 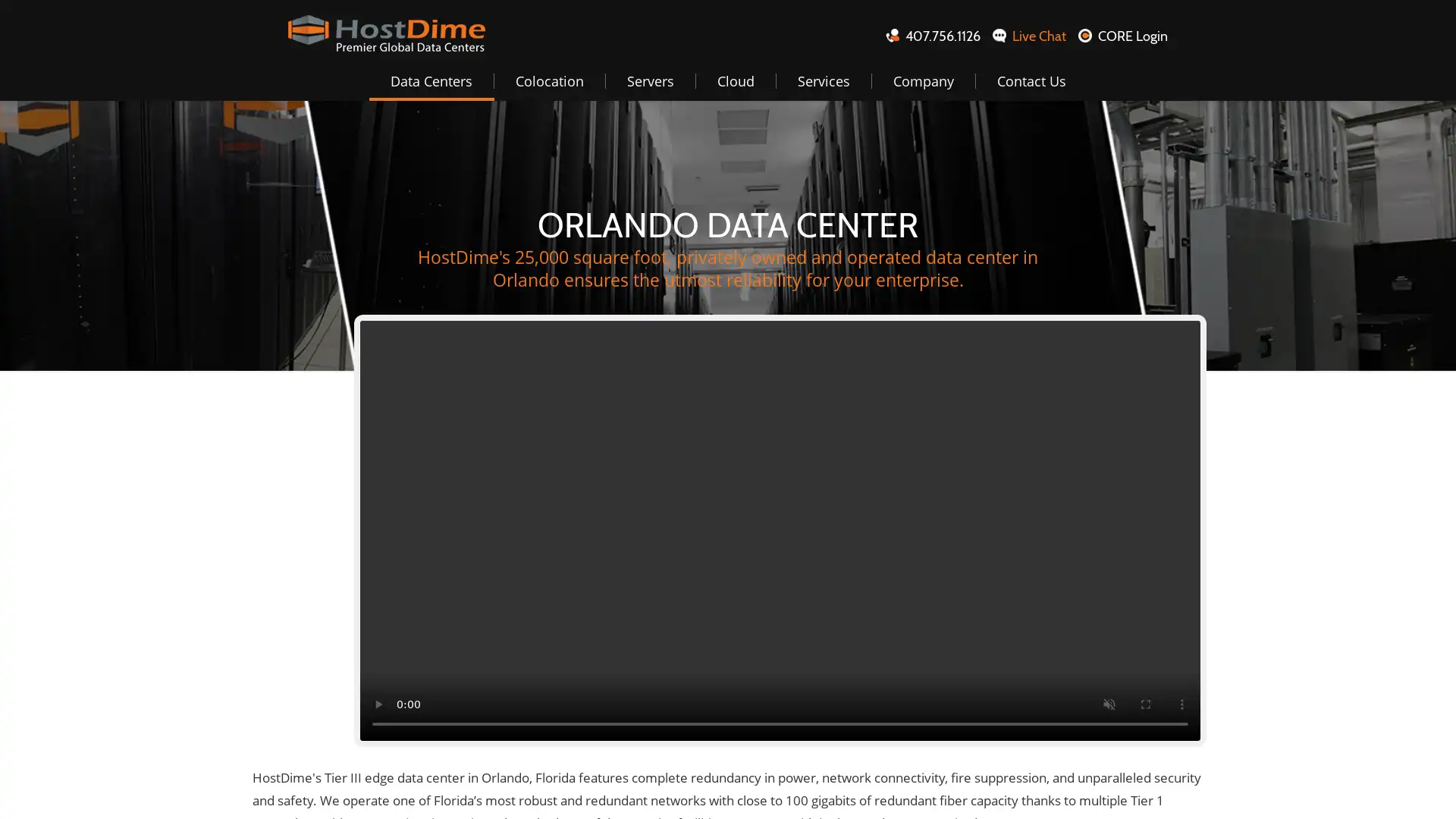 I want to click on unmute, so click(x=1109, y=704).